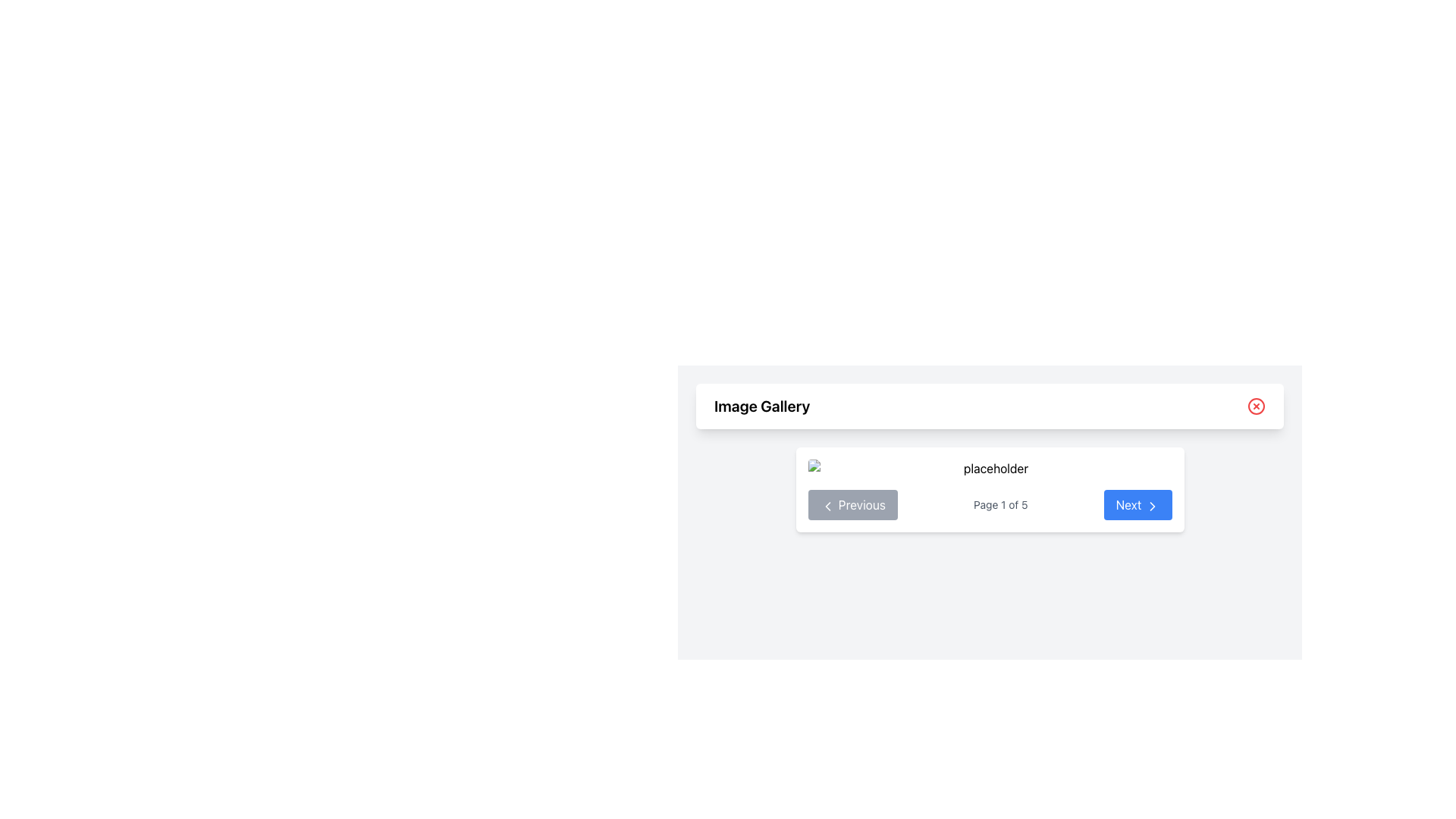 The width and height of the screenshot is (1456, 819). What do you see at coordinates (1000, 505) in the screenshot?
I see `the static text label that displays the current page index and total pages in the pagination control, located between the 'Previous' and 'Next' buttons` at bounding box center [1000, 505].